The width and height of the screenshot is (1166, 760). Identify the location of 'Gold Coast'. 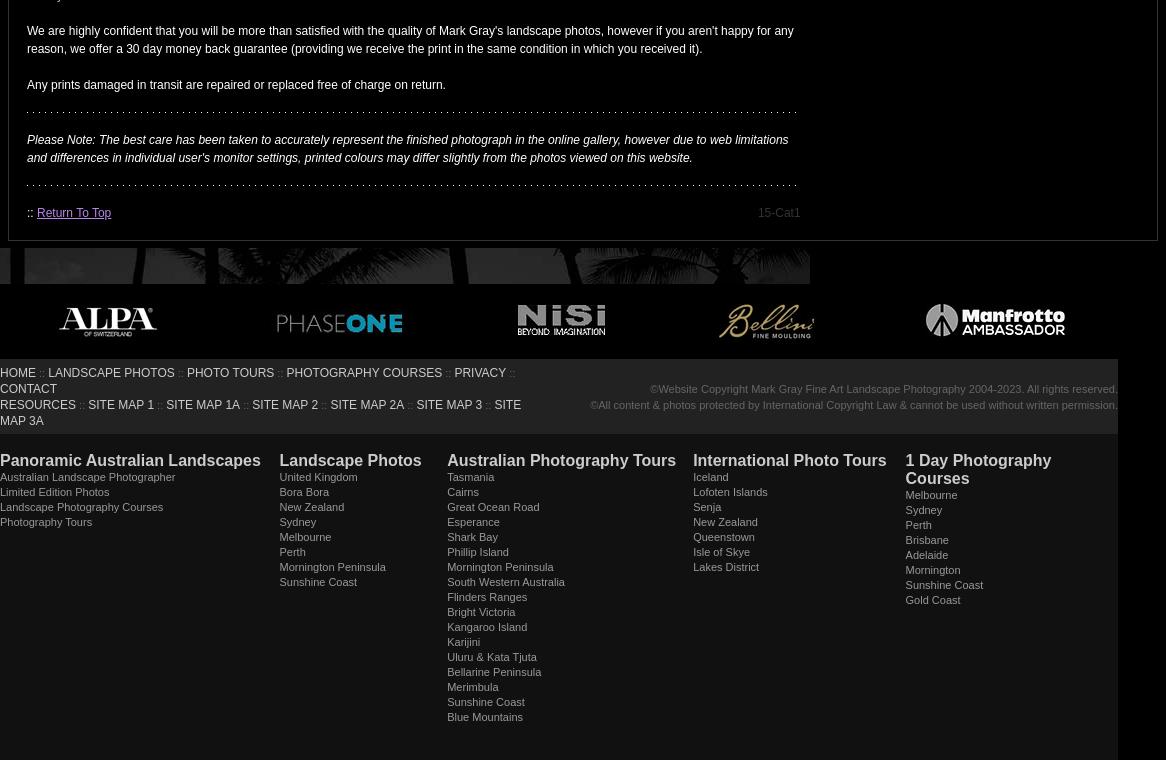
(931, 599).